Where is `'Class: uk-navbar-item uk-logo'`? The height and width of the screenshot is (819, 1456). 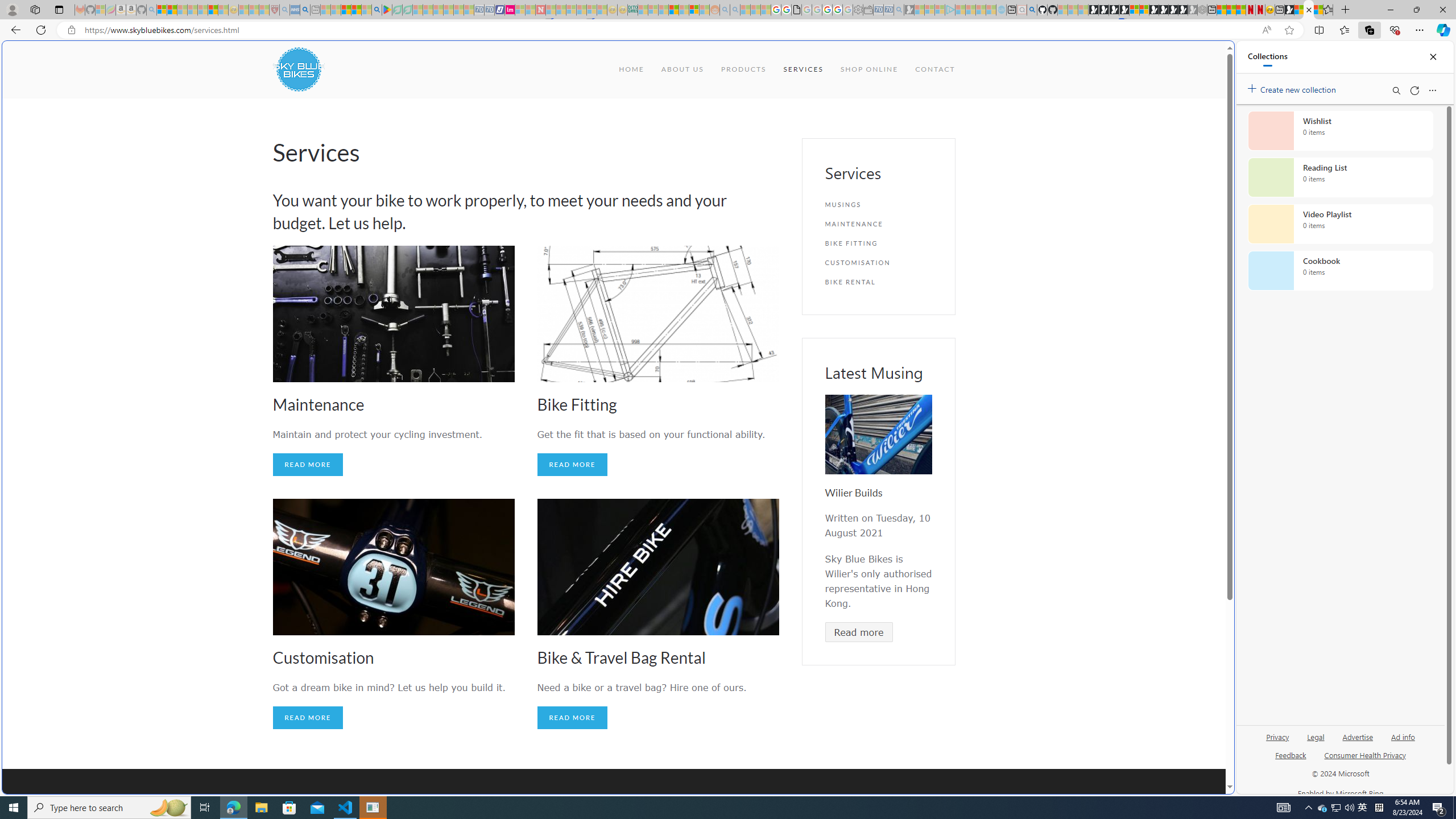
'Class: uk-navbar-item uk-logo' is located at coordinates (297, 68).